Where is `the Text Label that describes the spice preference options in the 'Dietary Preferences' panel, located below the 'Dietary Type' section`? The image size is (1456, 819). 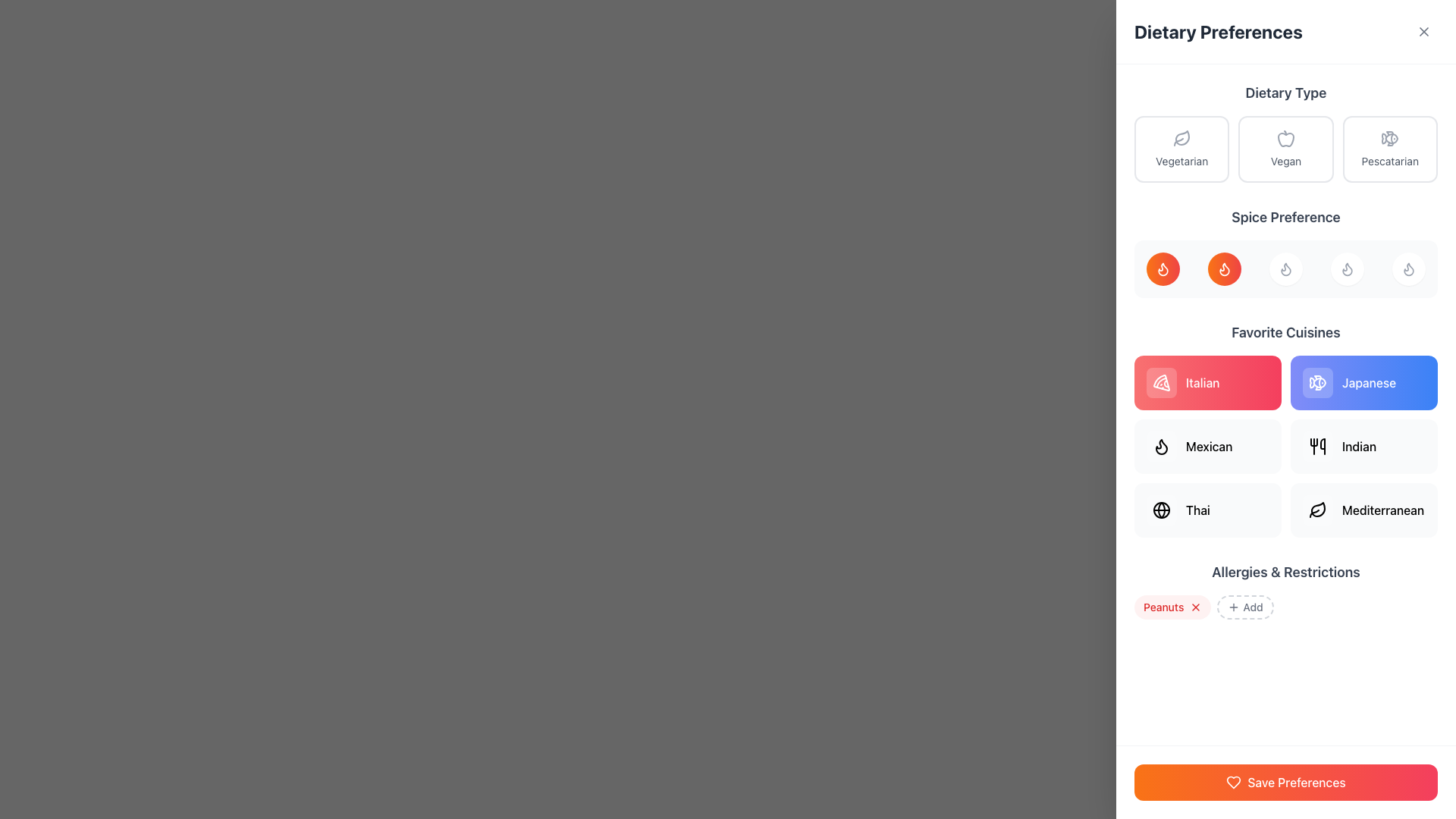
the Text Label that describes the spice preference options in the 'Dietary Preferences' panel, located below the 'Dietary Type' section is located at coordinates (1285, 217).